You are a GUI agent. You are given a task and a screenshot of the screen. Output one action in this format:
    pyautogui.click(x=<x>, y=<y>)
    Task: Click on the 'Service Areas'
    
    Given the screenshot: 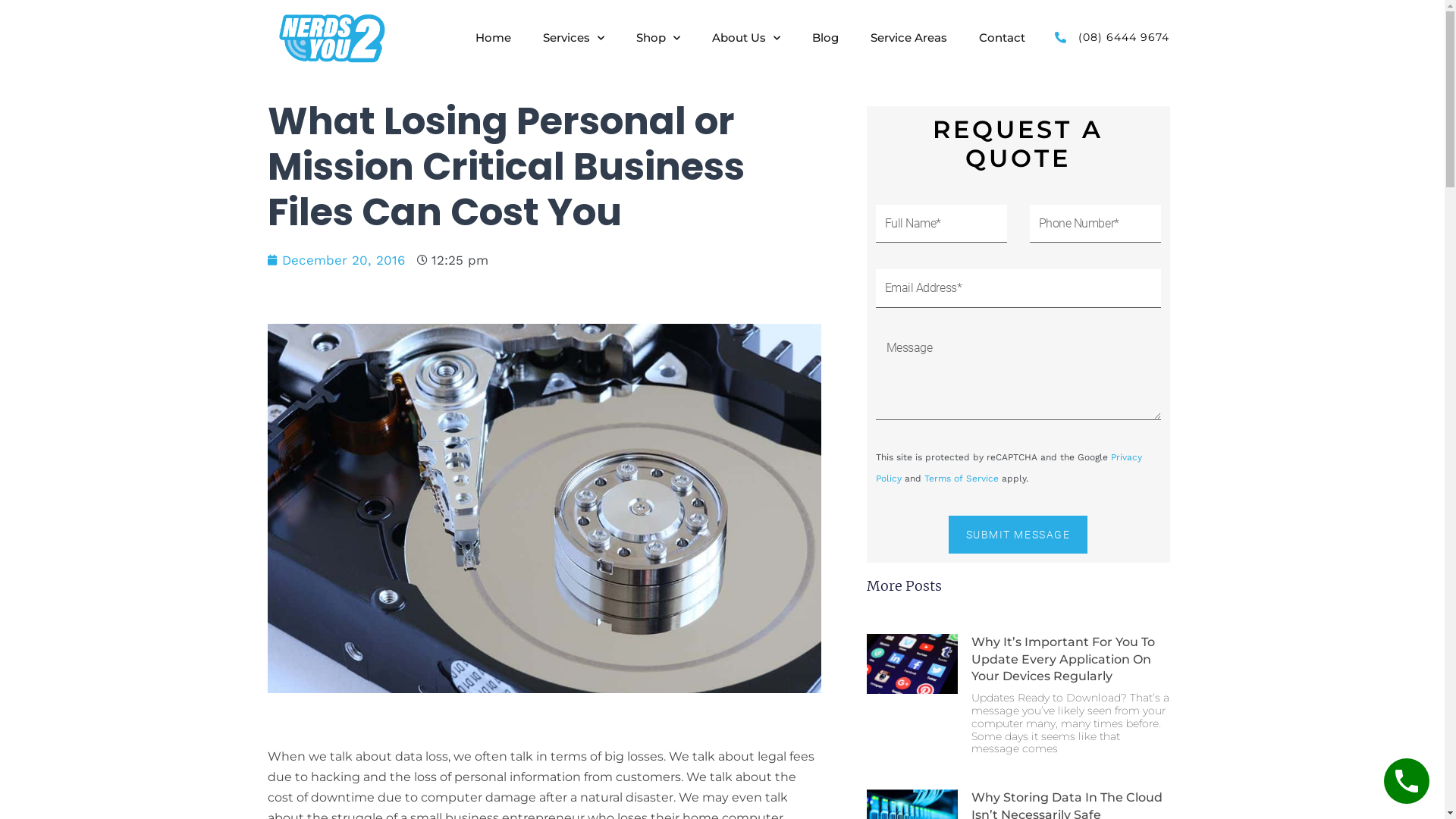 What is the action you would take?
    pyautogui.click(x=870, y=37)
    